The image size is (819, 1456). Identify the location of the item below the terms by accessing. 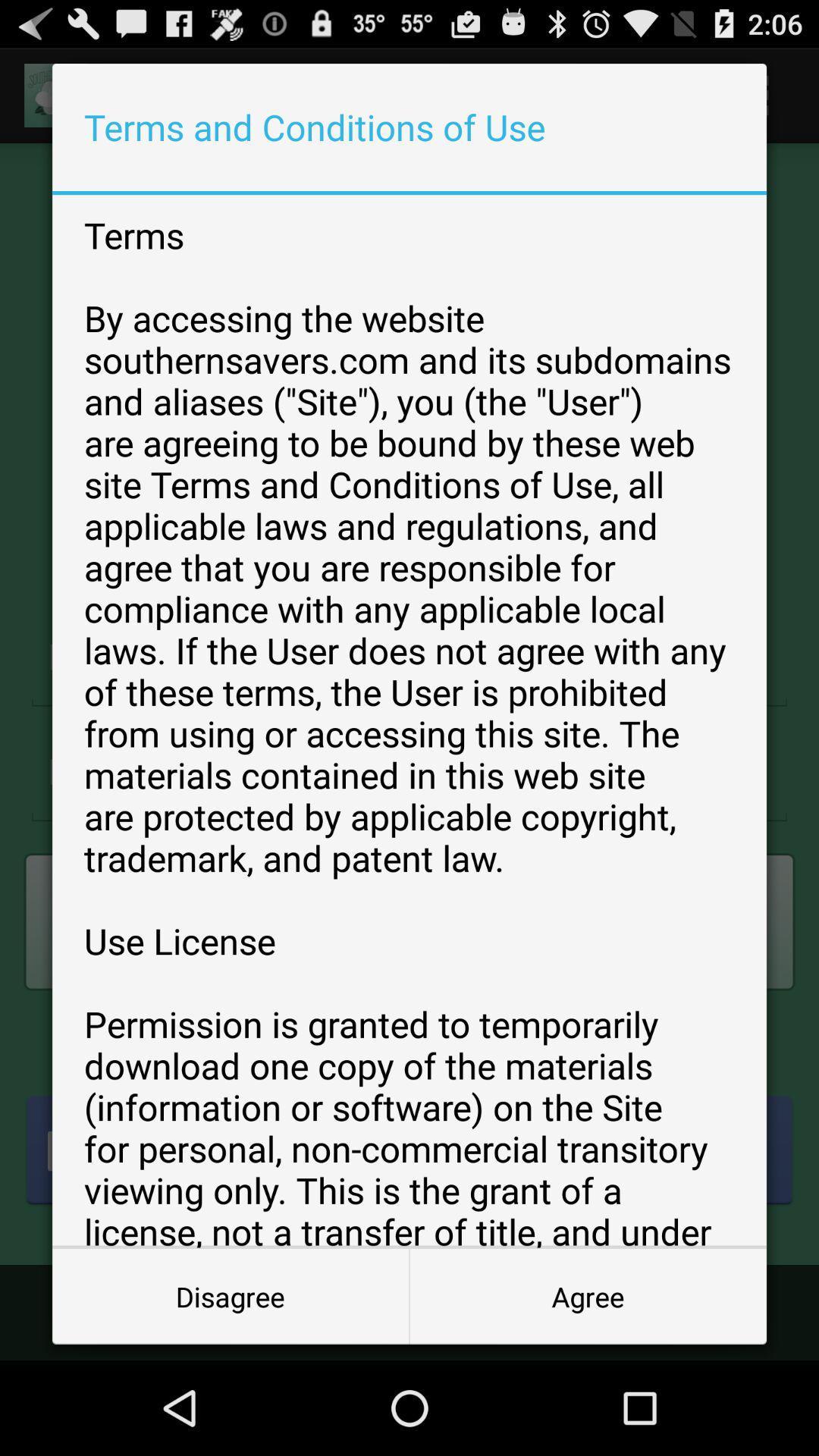
(587, 1295).